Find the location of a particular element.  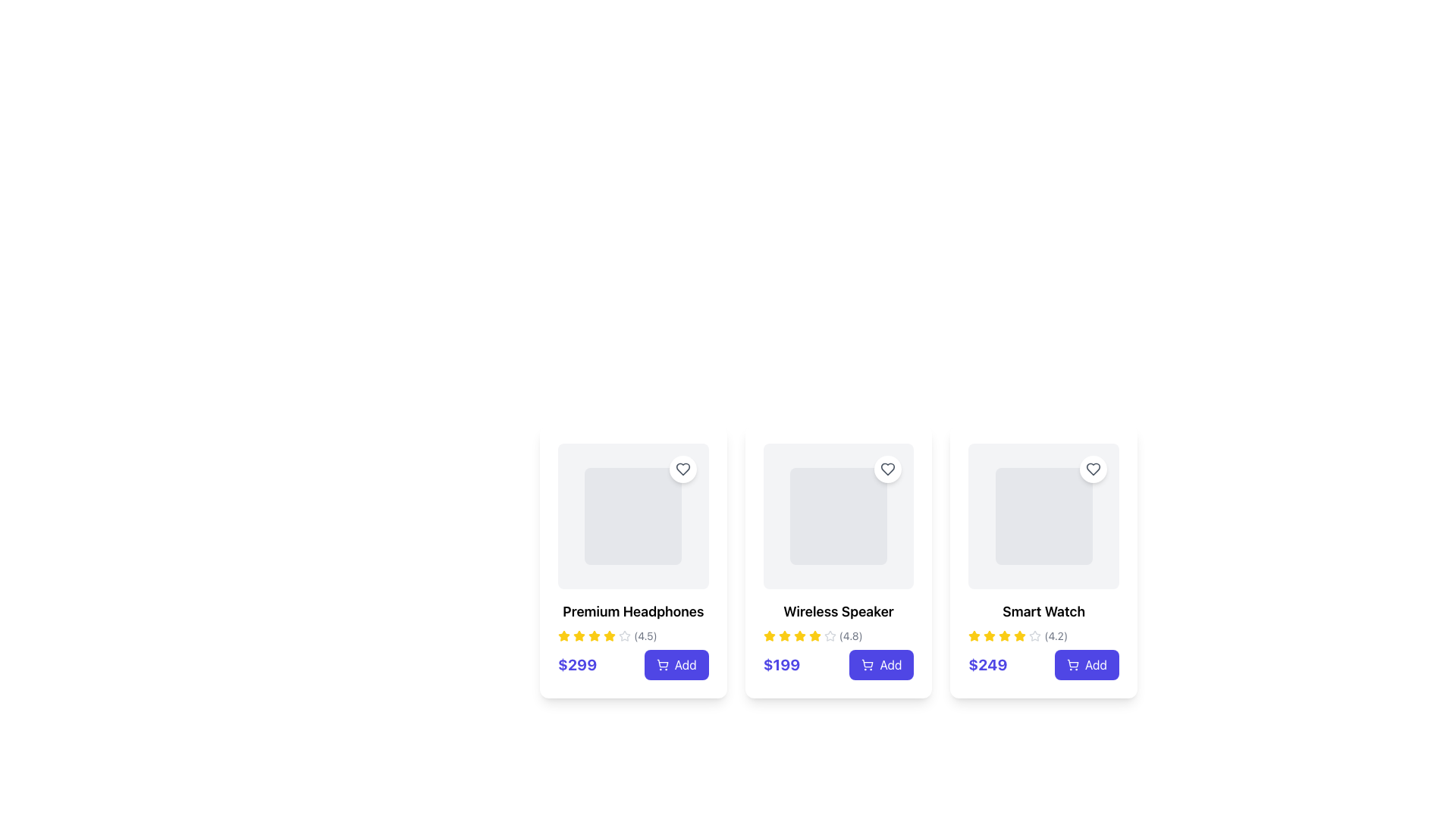

the static text label displaying 'Wireless Speaker', which is styled in bold and slightly large font, located in the second product card below the image placeholder is located at coordinates (837, 610).